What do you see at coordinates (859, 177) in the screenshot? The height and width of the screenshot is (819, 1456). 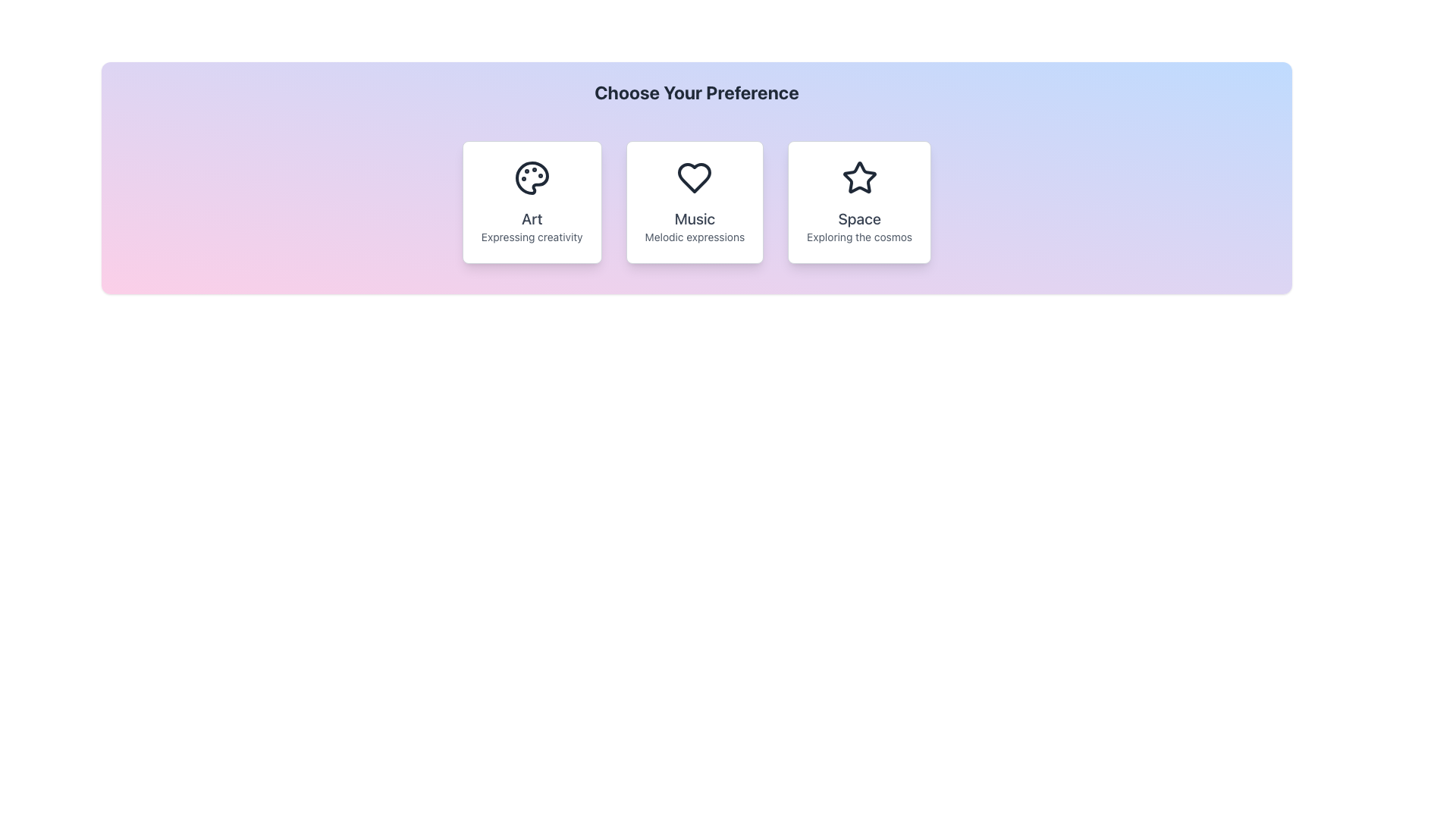 I see `the star-shaped icon within the 'Space' preference card, which is the third card from the left, located at the coordinates provided` at bounding box center [859, 177].